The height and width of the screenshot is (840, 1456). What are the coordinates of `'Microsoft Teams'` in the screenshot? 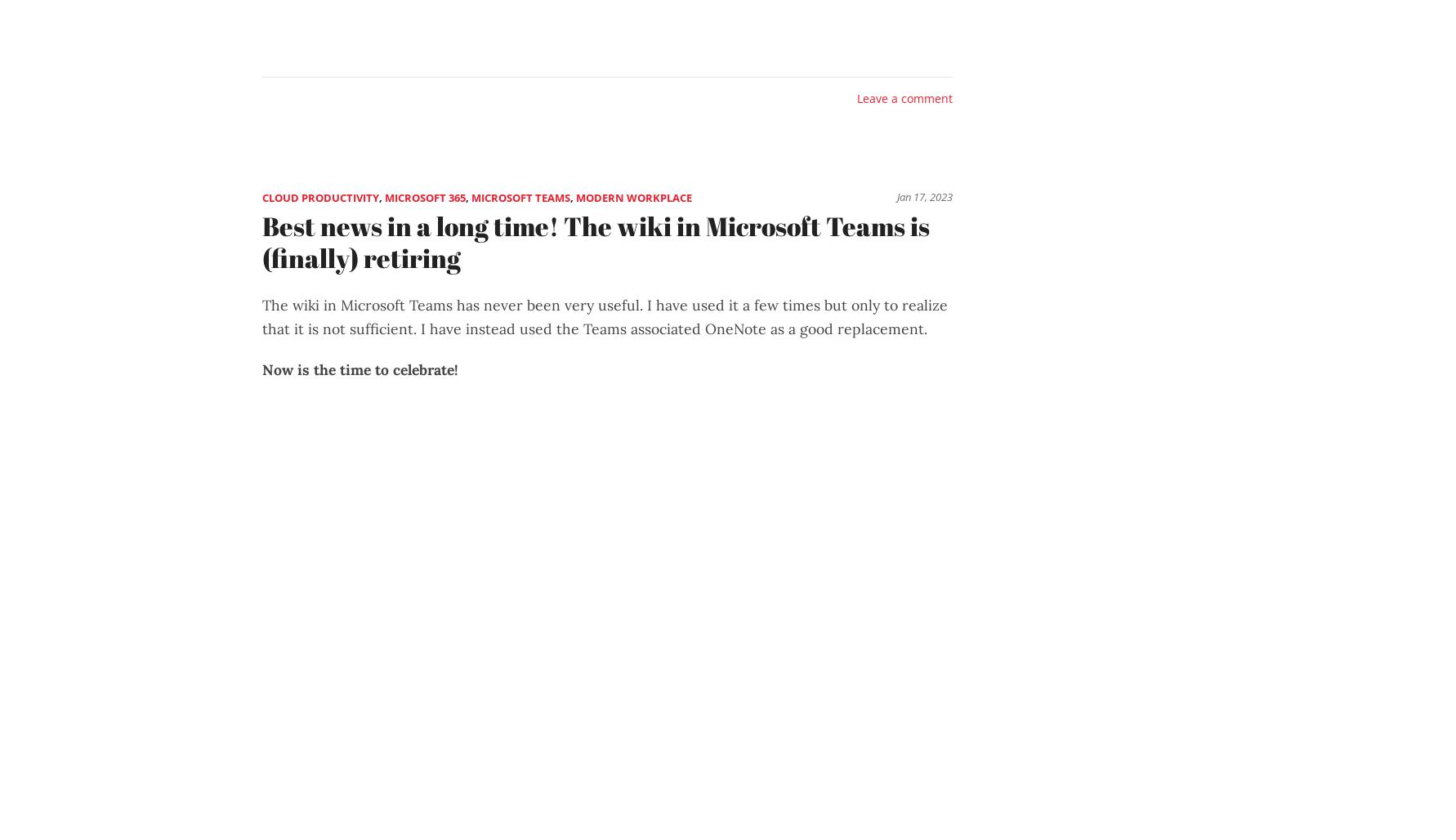 It's located at (520, 196).